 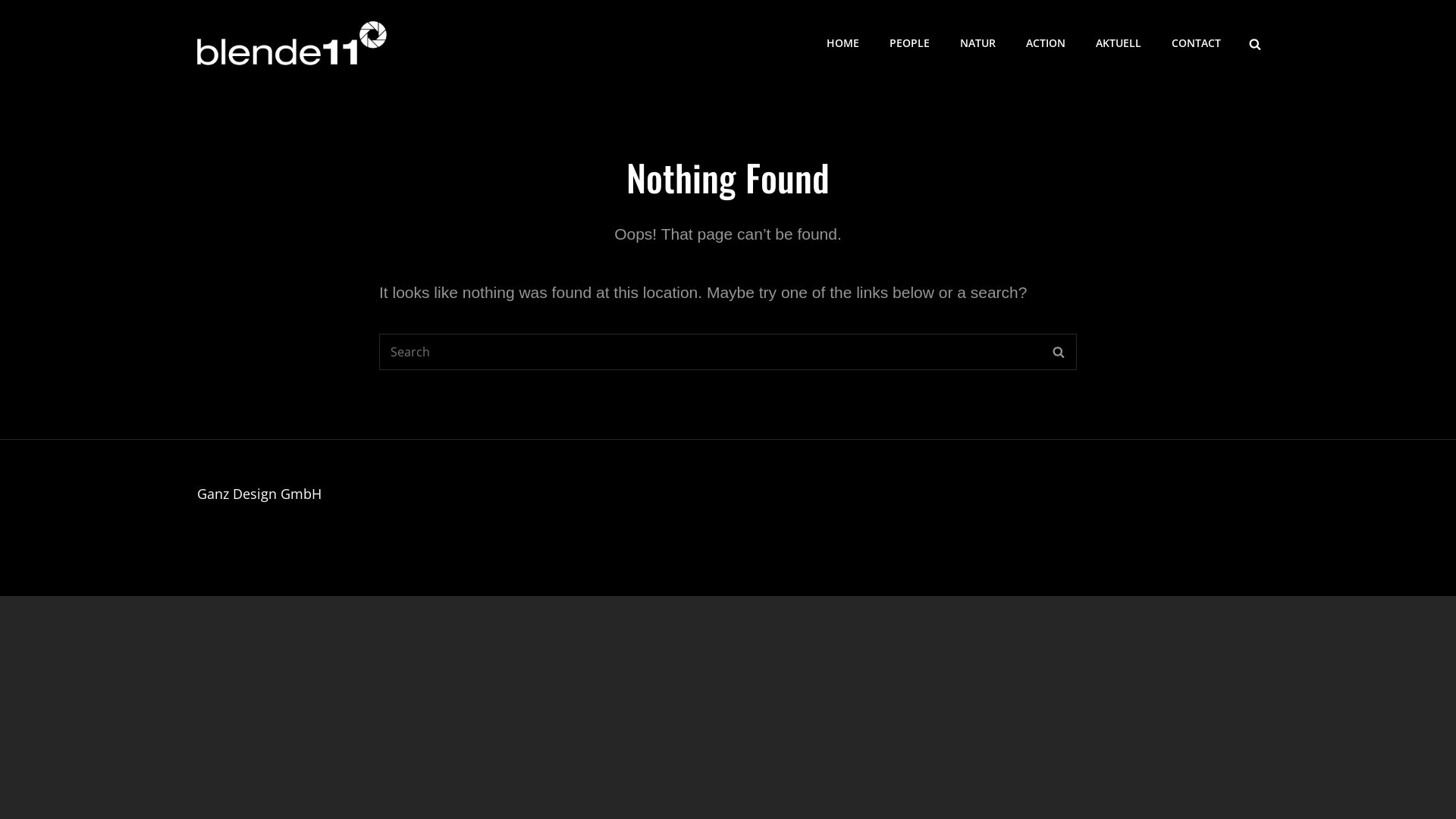 I want to click on 'ACTION', so click(x=1044, y=42).